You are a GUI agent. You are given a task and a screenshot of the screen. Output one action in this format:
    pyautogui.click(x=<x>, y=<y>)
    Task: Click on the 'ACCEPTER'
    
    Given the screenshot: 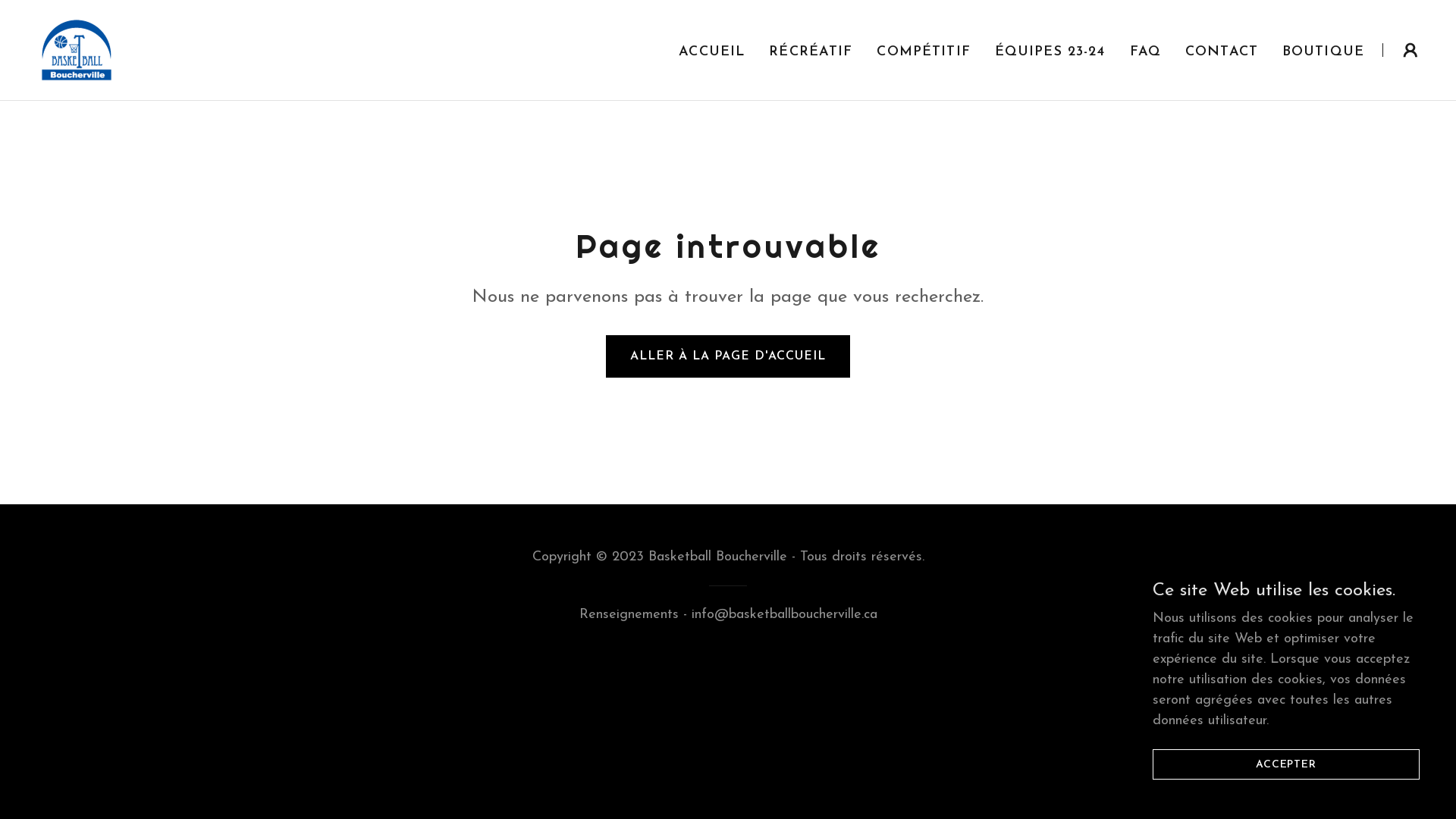 What is the action you would take?
    pyautogui.click(x=1285, y=764)
    